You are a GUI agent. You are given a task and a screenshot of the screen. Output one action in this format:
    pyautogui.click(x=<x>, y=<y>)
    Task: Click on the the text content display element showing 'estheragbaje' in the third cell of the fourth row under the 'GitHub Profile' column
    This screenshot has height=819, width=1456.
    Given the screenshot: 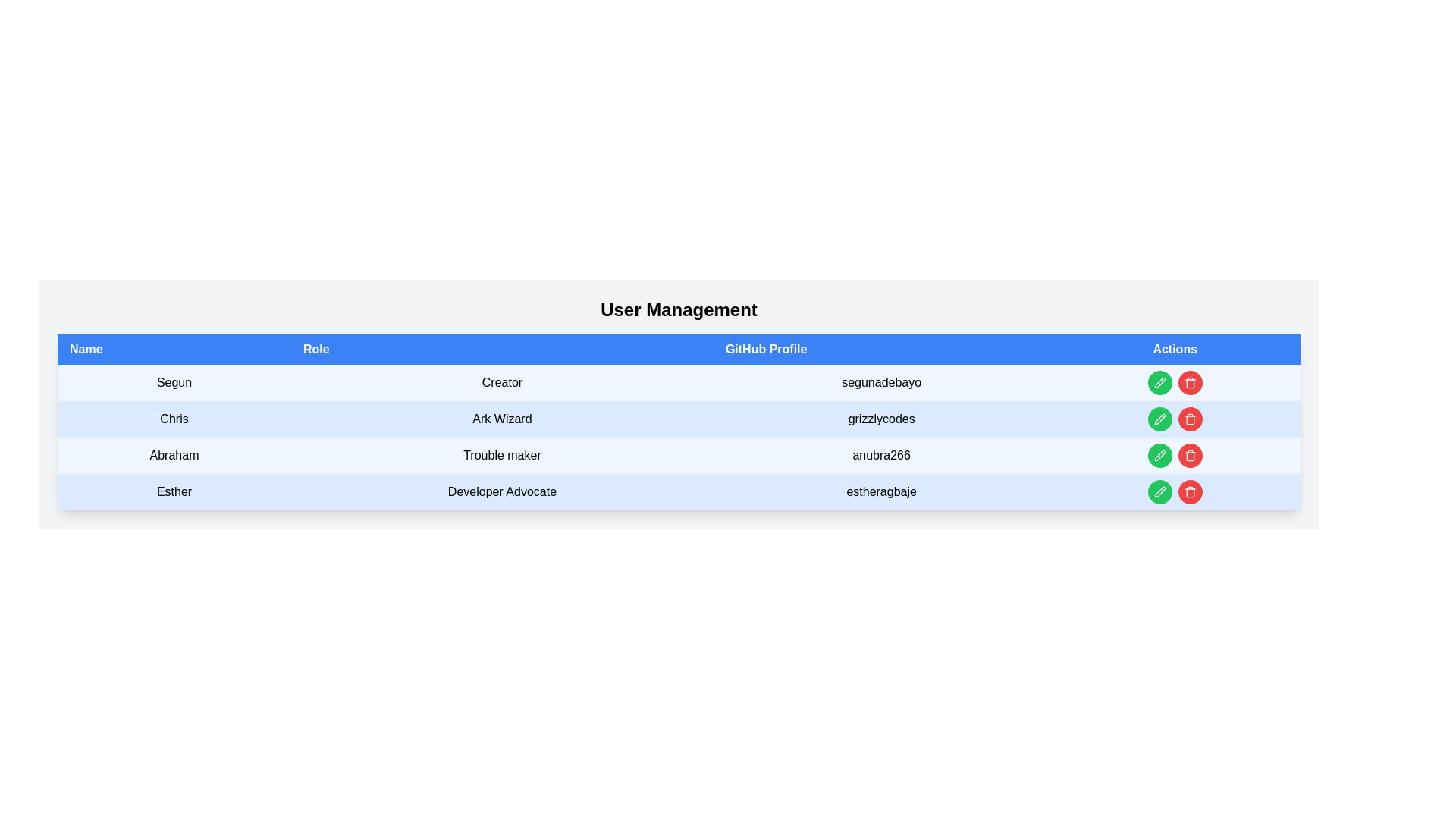 What is the action you would take?
    pyautogui.click(x=881, y=491)
    